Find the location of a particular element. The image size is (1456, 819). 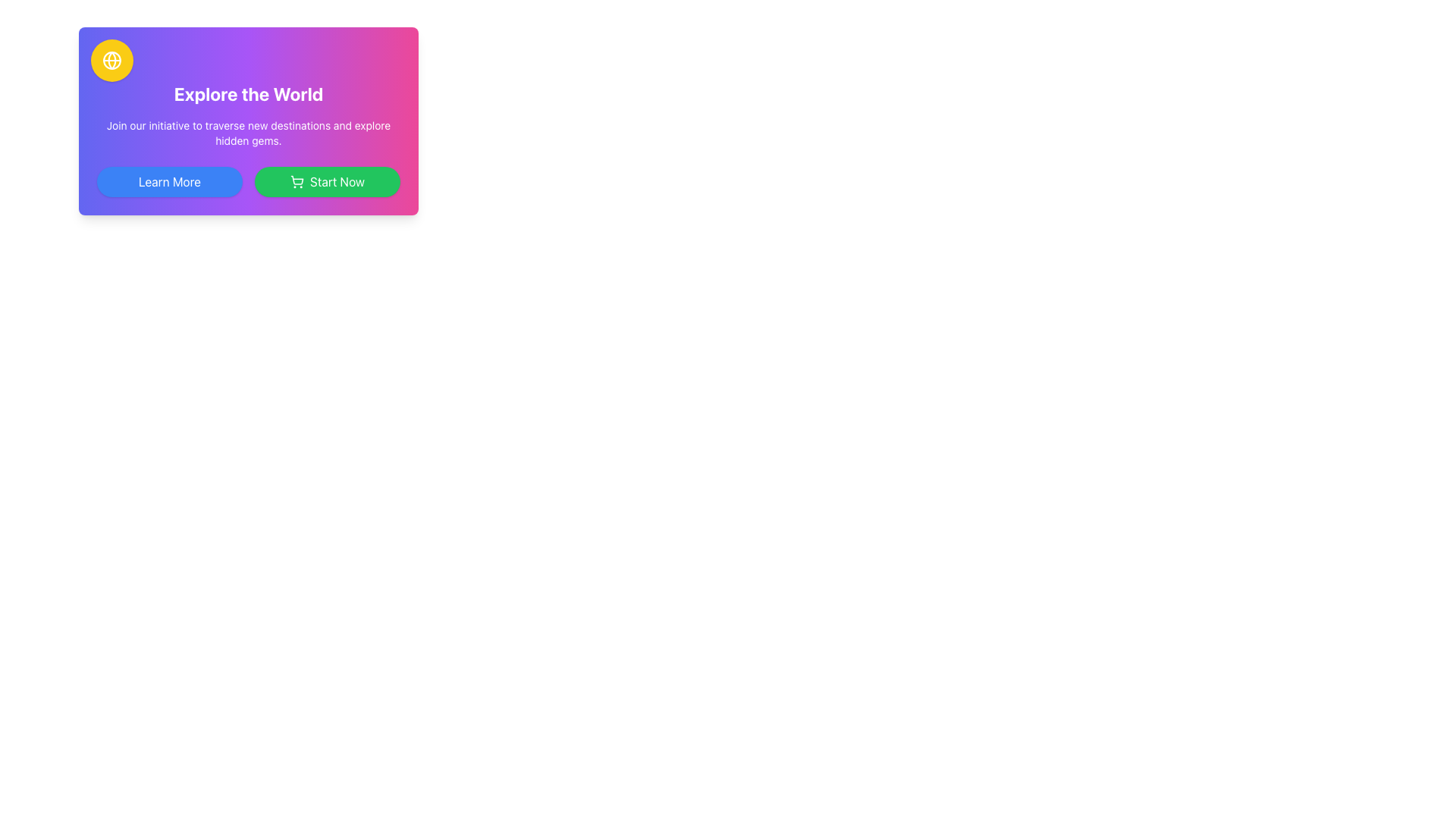

the bold, white, center-aligned headline 'Explore the World' in the Informational Section with Buttons for possible actions is located at coordinates (248, 120).